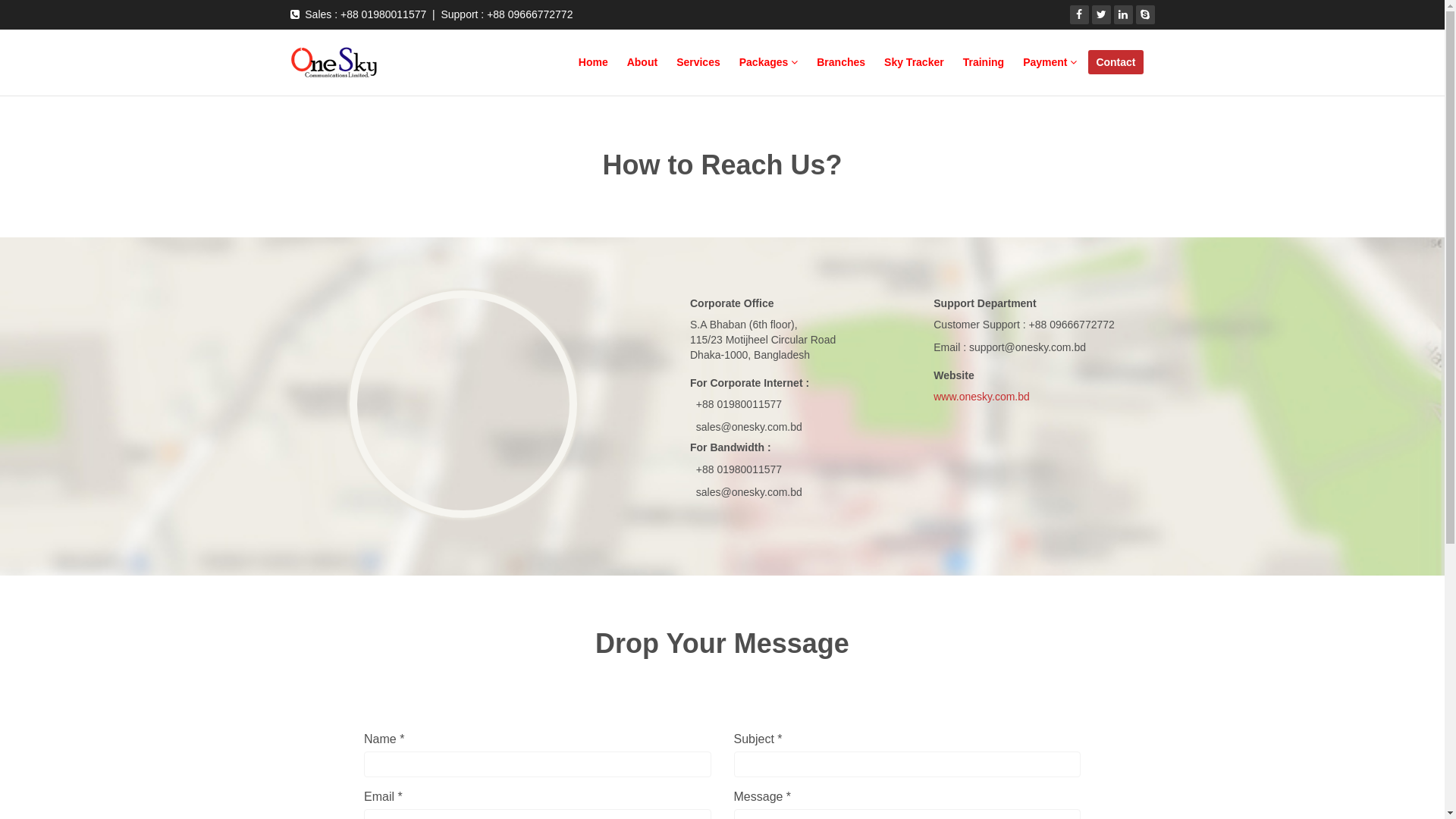  What do you see at coordinates (592, 61) in the screenshot?
I see `'Home'` at bounding box center [592, 61].